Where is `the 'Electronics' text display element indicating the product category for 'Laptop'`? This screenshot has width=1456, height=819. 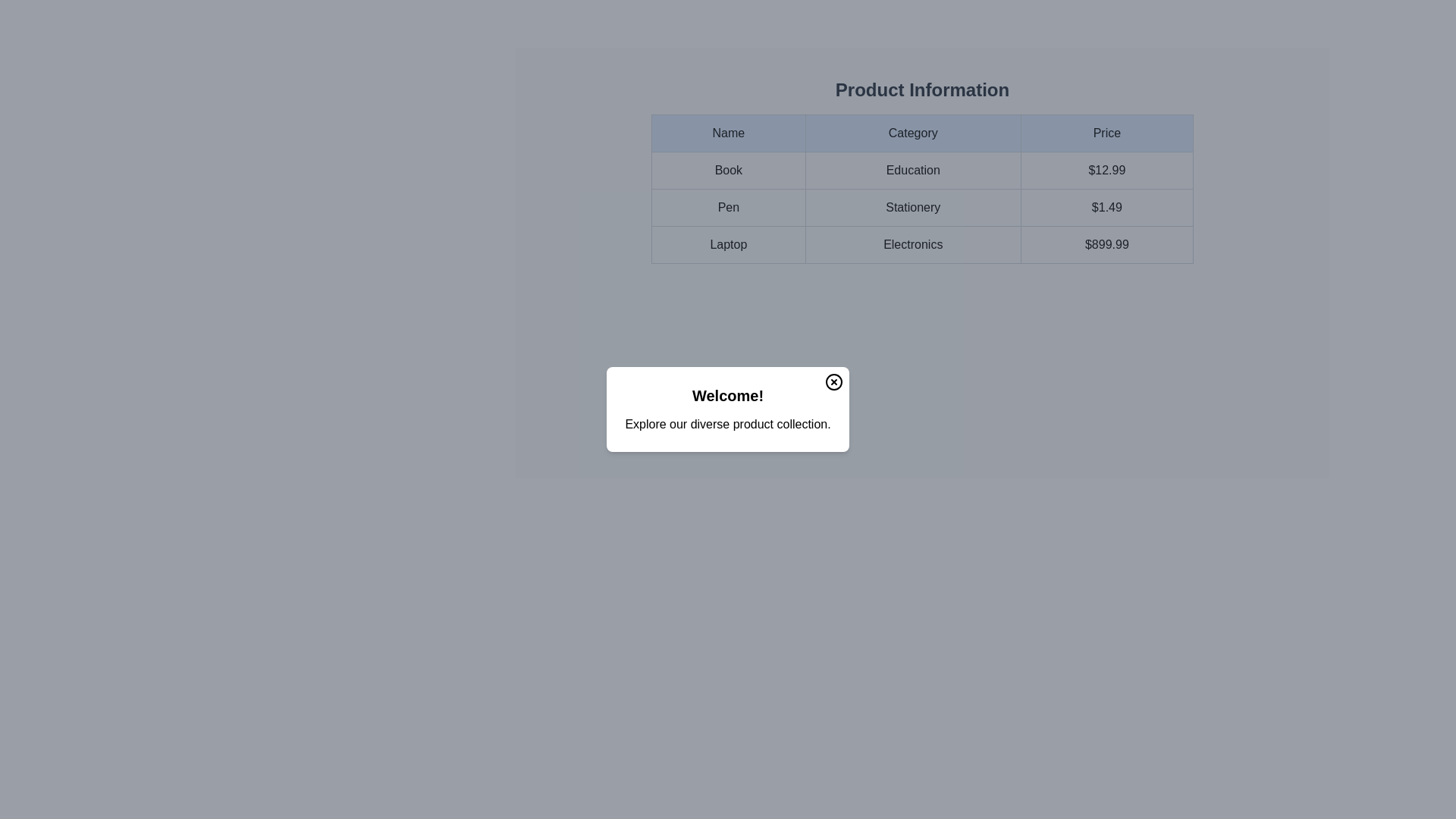 the 'Electronics' text display element indicating the product category for 'Laptop' is located at coordinates (921, 244).